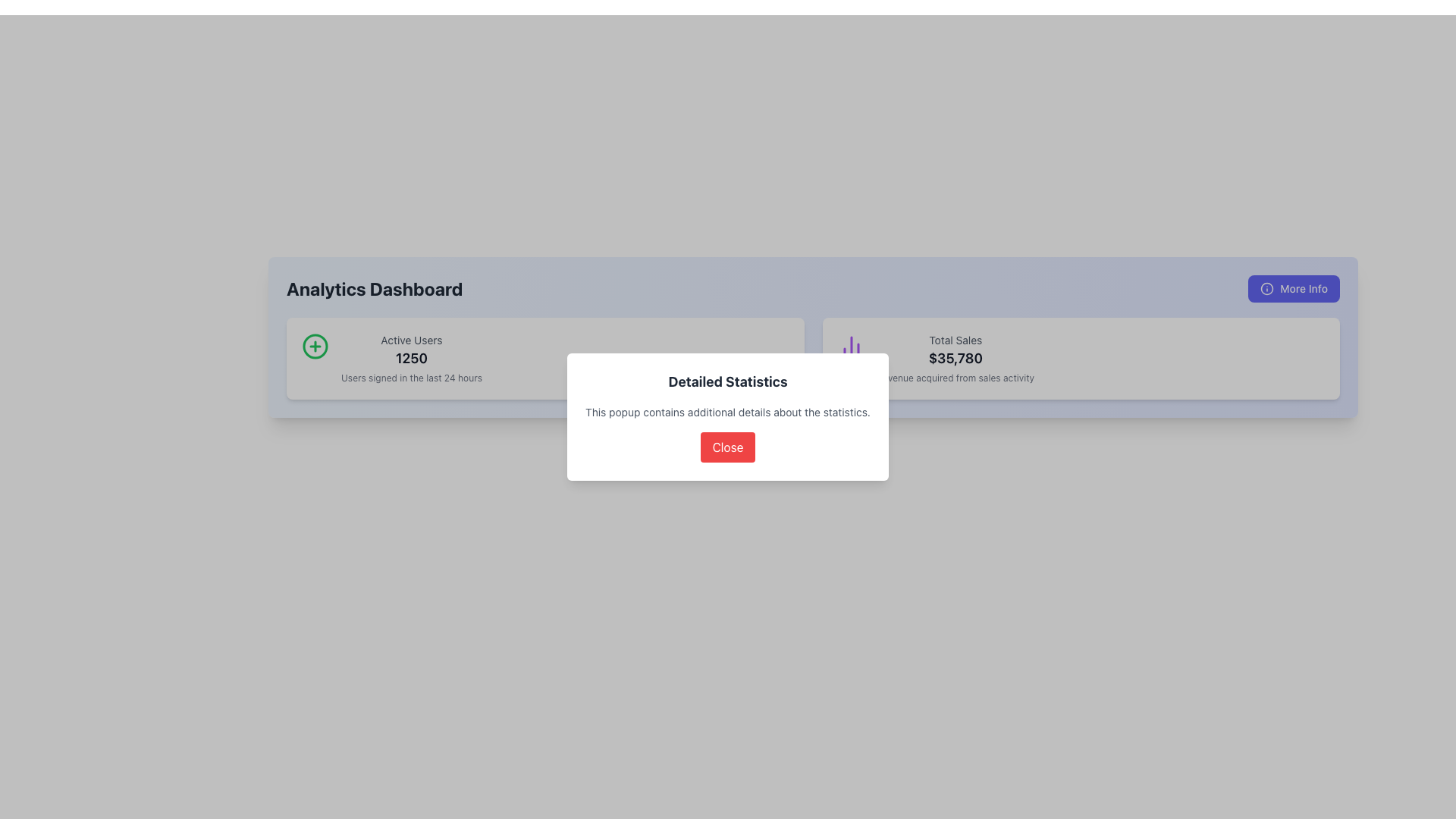  What do you see at coordinates (728, 447) in the screenshot?
I see `the close button located at the bottom of the 'Detailed Statistics' popup` at bounding box center [728, 447].